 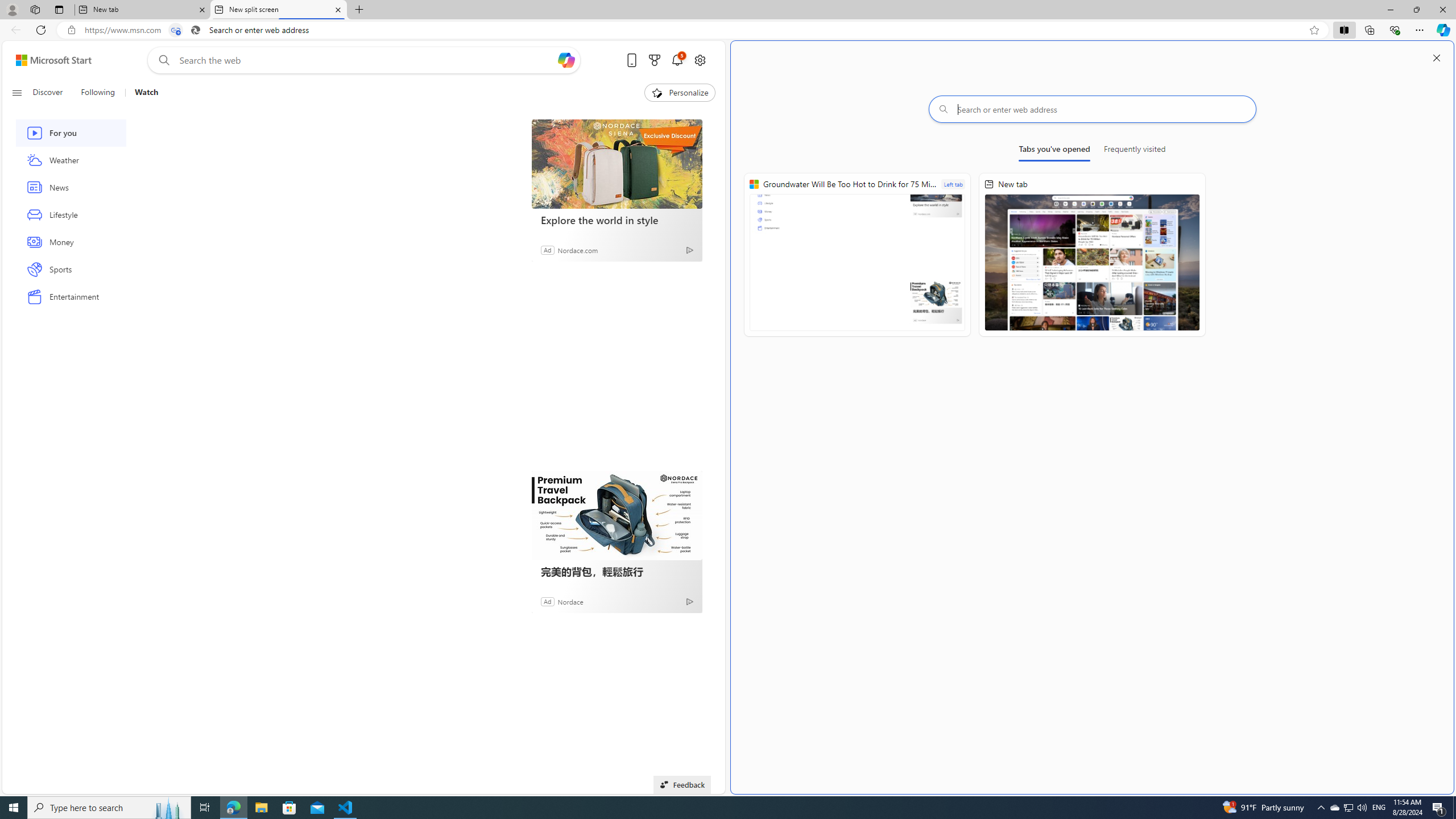 I want to click on 'Personalize', so click(x=679, y=92).